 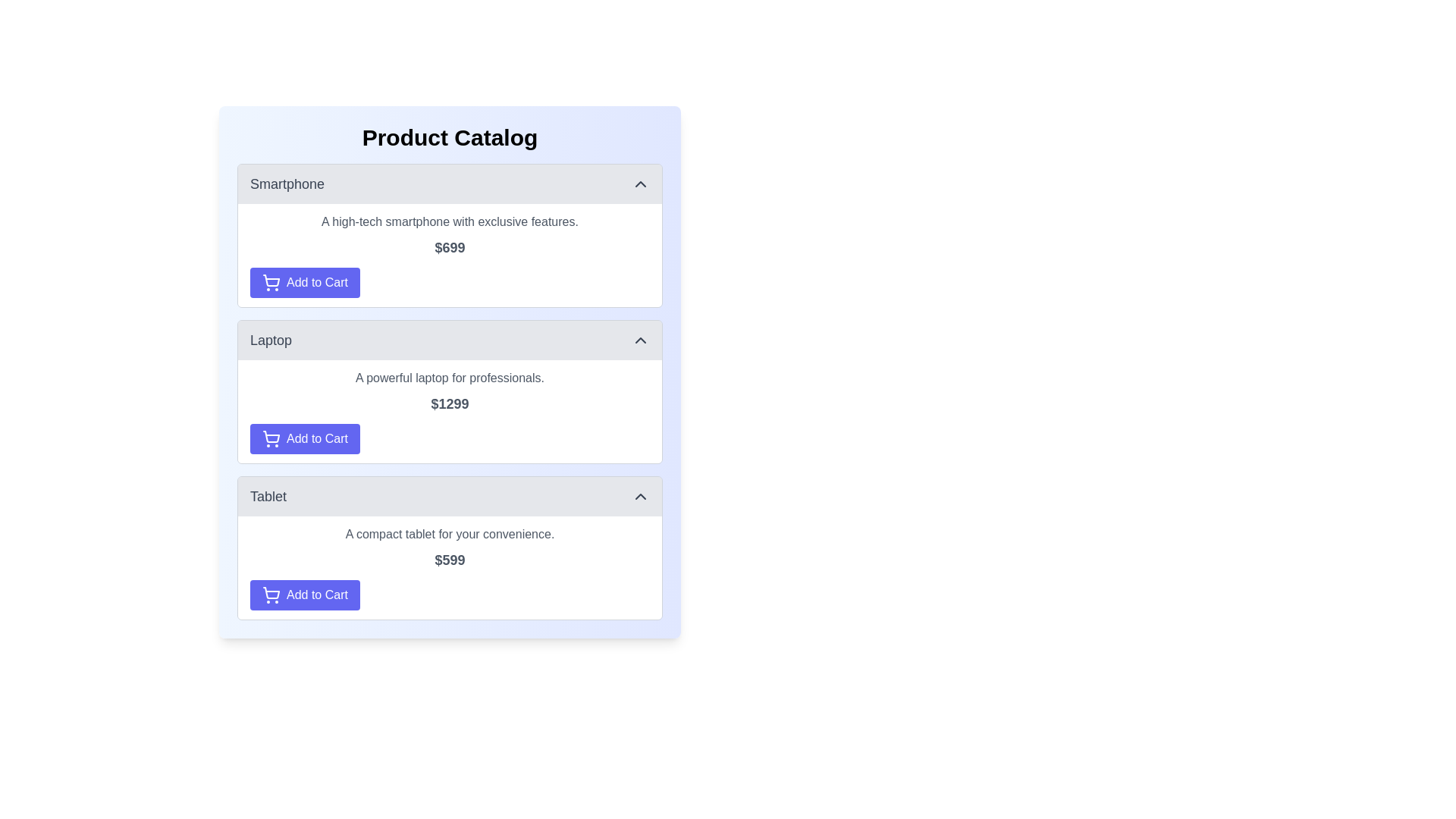 What do you see at coordinates (271, 437) in the screenshot?
I see `the 'Add to Cart' button for the 'Laptop' item, which is represented by a shopping cart icon` at bounding box center [271, 437].